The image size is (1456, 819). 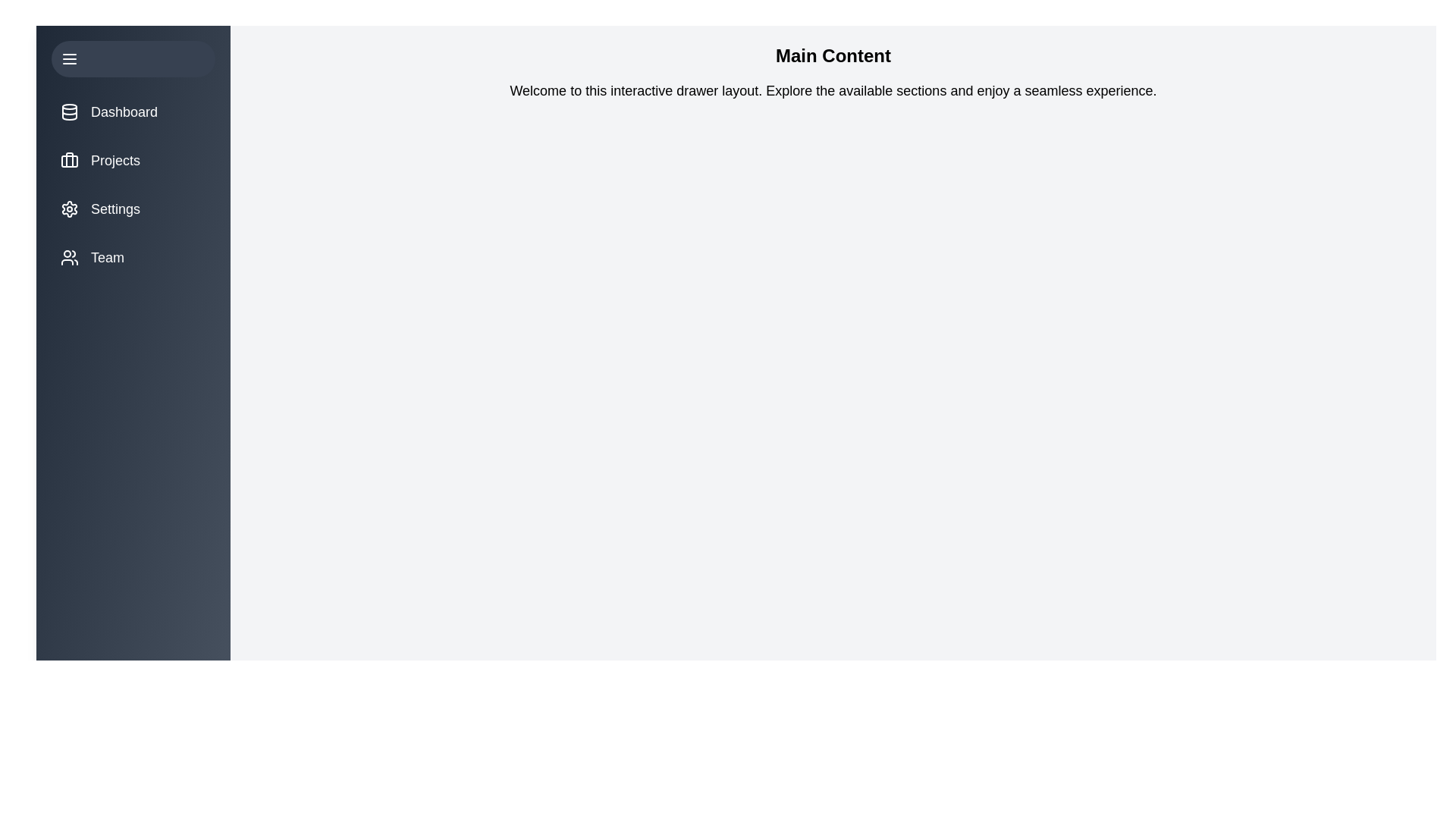 I want to click on the menu item Dashboard to view its hover effect, so click(x=133, y=111).